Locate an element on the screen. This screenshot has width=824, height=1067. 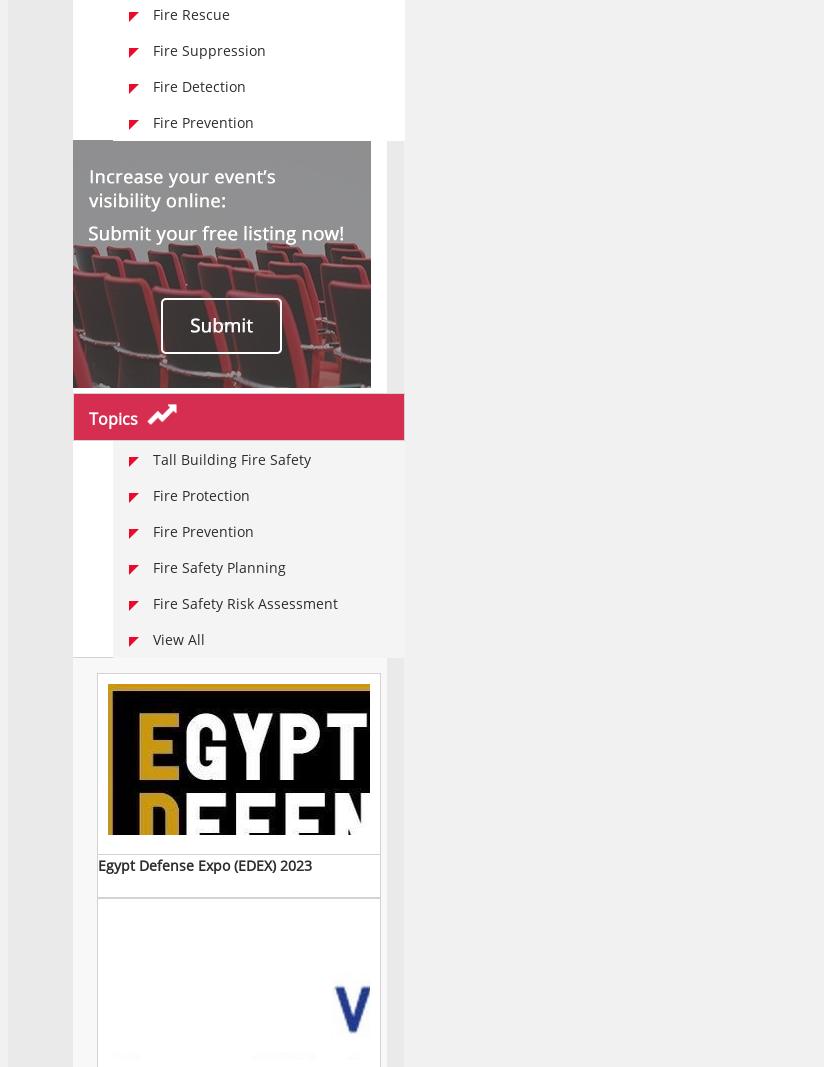
'Fire Suppression' is located at coordinates (152, 49).